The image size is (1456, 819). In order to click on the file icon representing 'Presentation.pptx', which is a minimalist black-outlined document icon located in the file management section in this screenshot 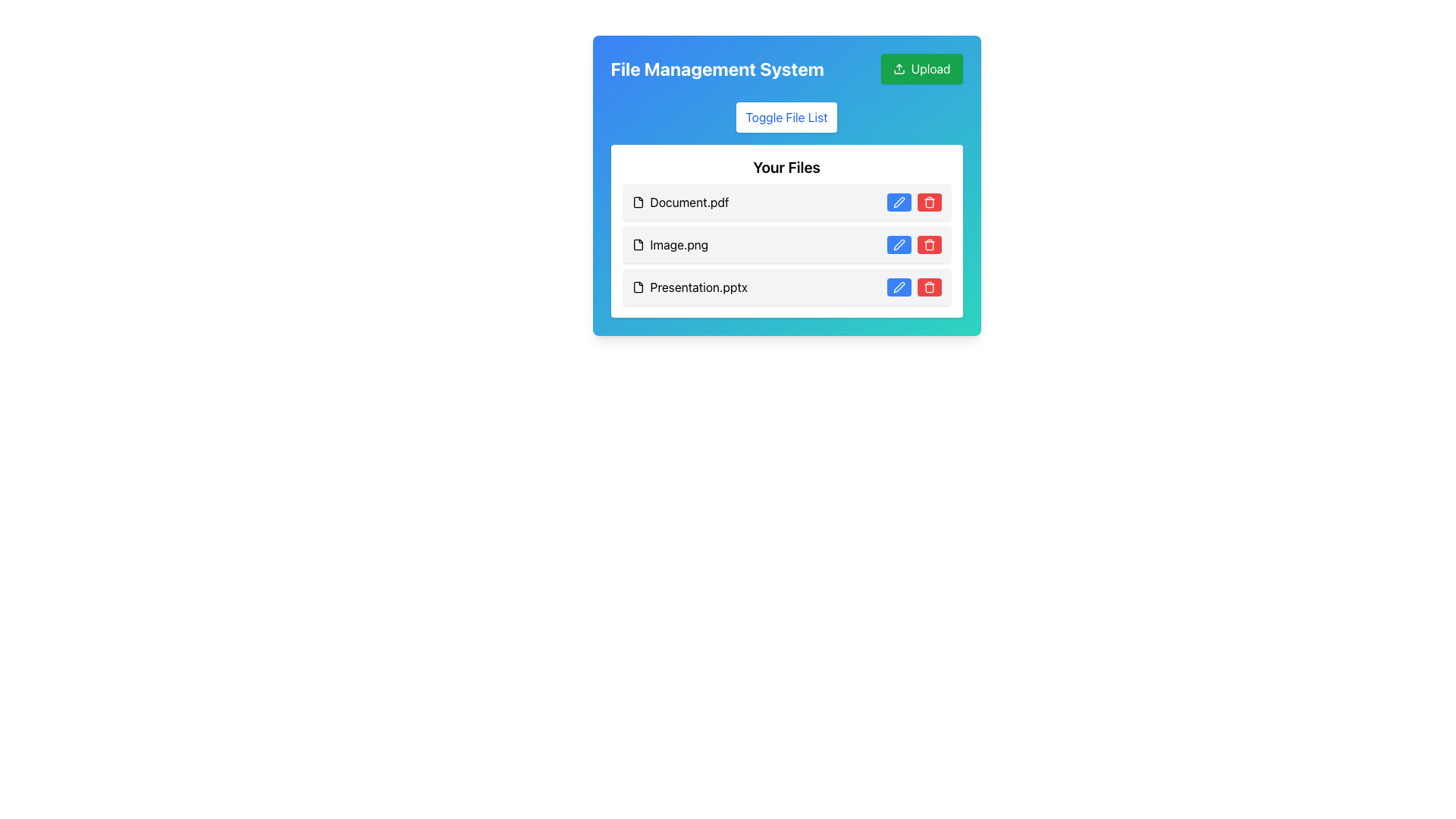, I will do `click(638, 287)`.